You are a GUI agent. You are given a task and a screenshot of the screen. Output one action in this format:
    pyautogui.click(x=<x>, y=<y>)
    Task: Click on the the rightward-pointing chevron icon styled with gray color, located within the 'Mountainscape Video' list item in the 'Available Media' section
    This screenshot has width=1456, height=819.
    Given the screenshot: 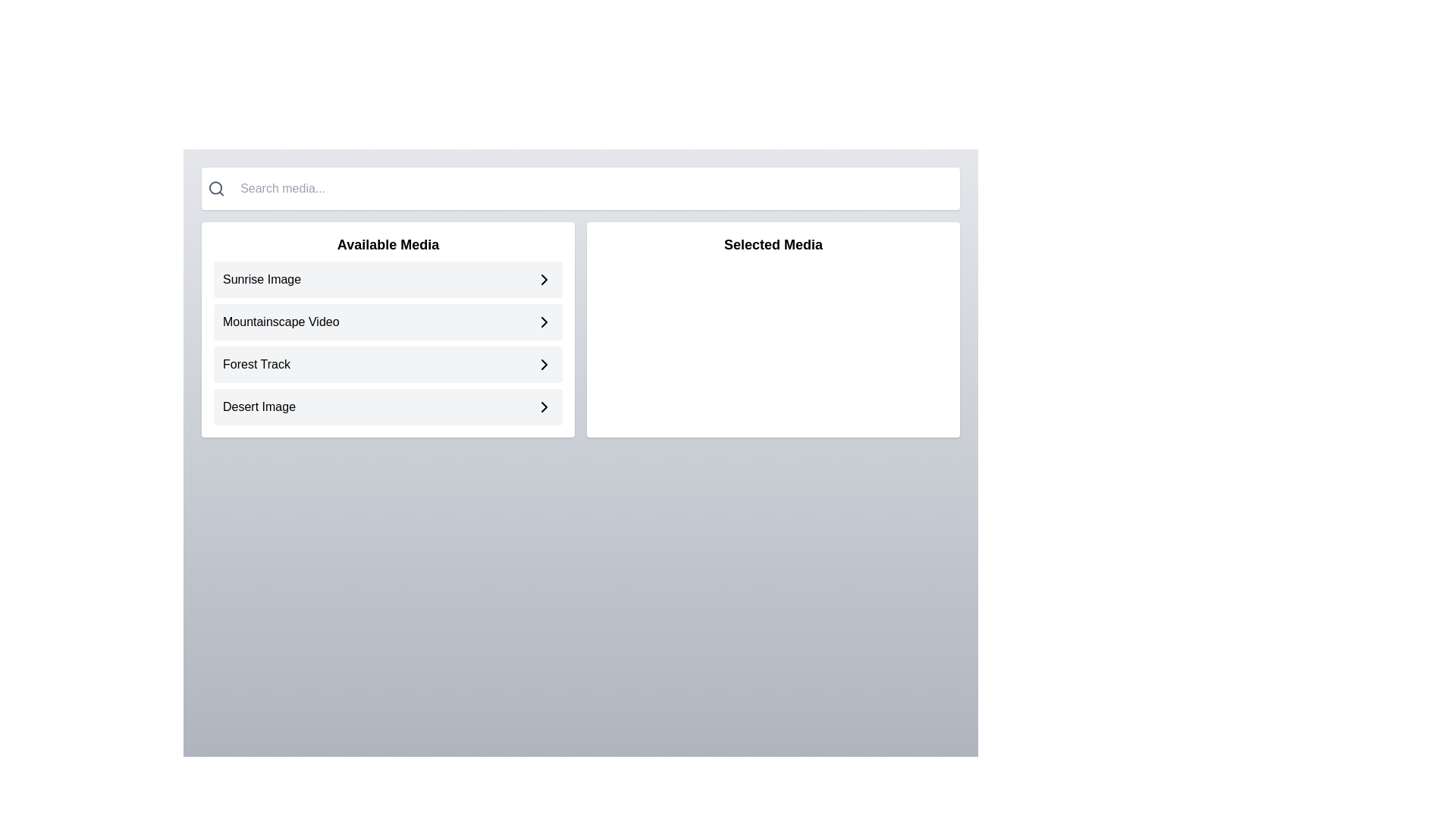 What is the action you would take?
    pyautogui.click(x=544, y=321)
    